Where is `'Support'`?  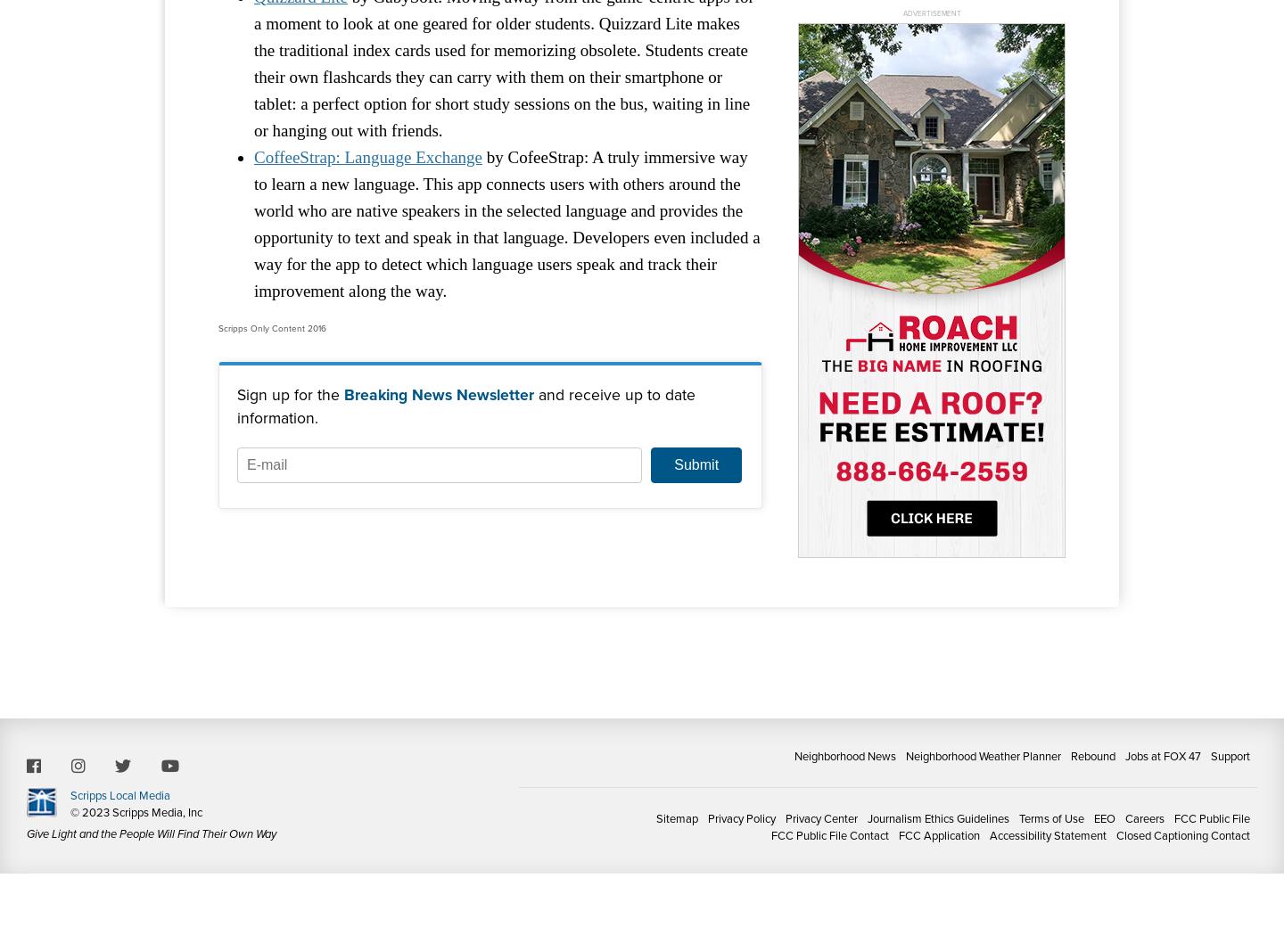
'Support' is located at coordinates (1229, 754).